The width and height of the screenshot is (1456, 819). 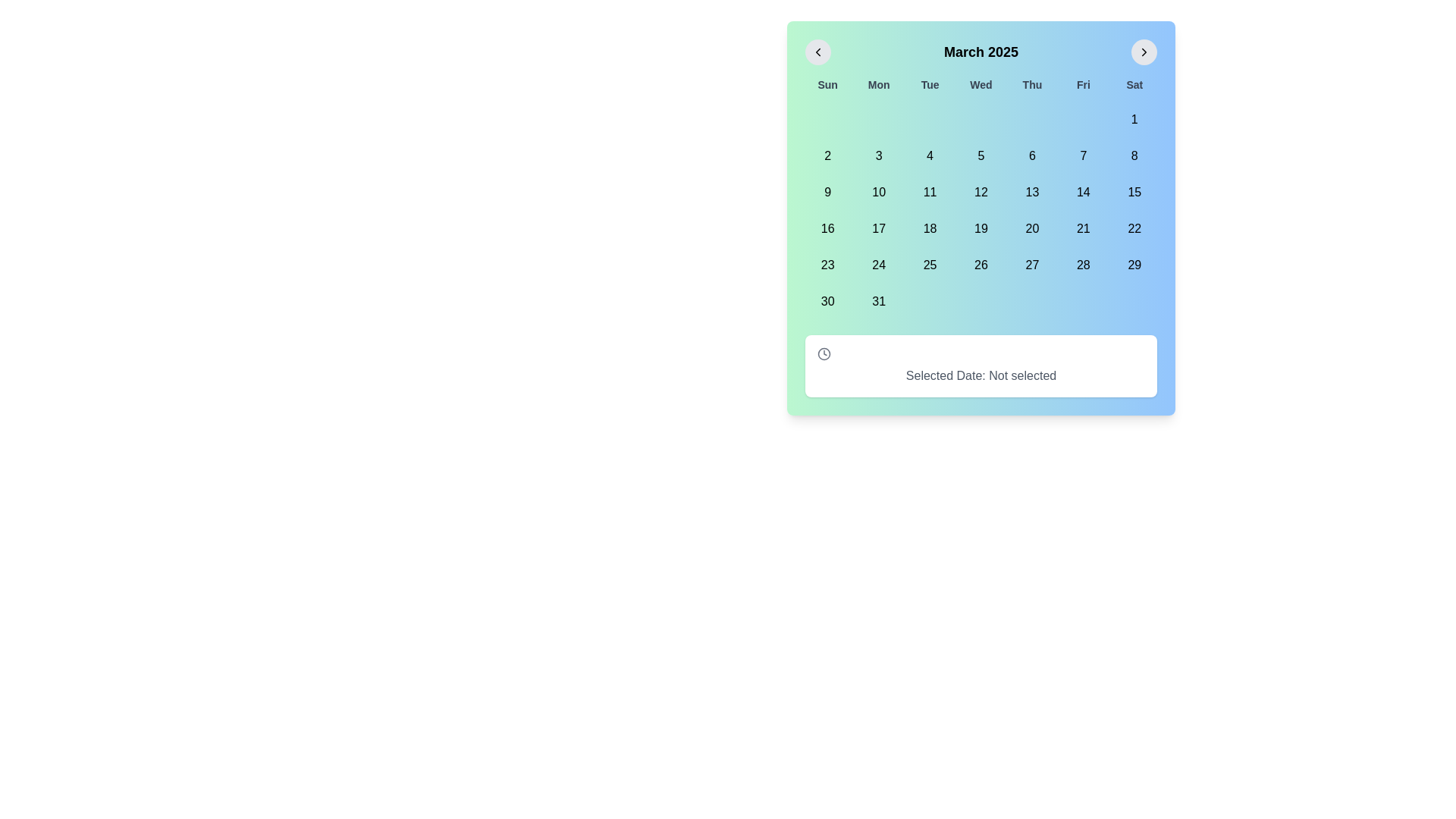 What do you see at coordinates (1134, 155) in the screenshot?
I see `the Calendar date button displaying the number '8', located under the header 'March 2025'` at bounding box center [1134, 155].